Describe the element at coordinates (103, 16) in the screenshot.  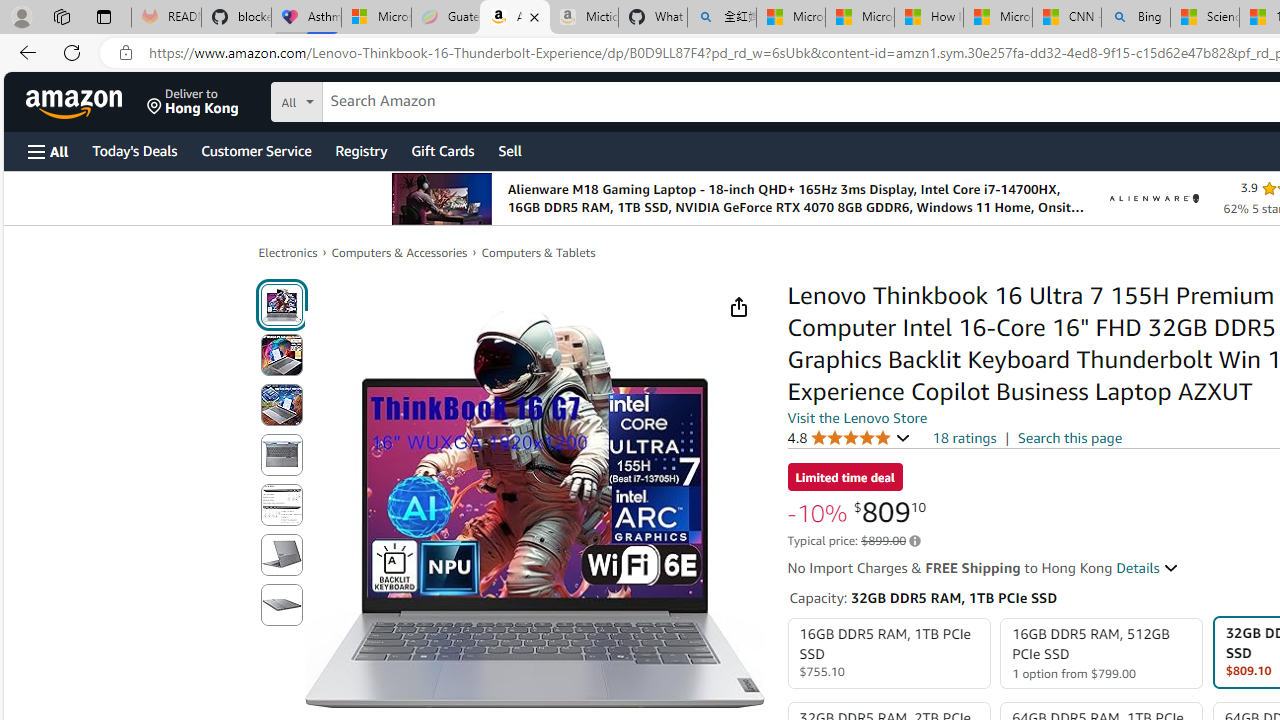
I see `'Tab actions menu'` at that location.